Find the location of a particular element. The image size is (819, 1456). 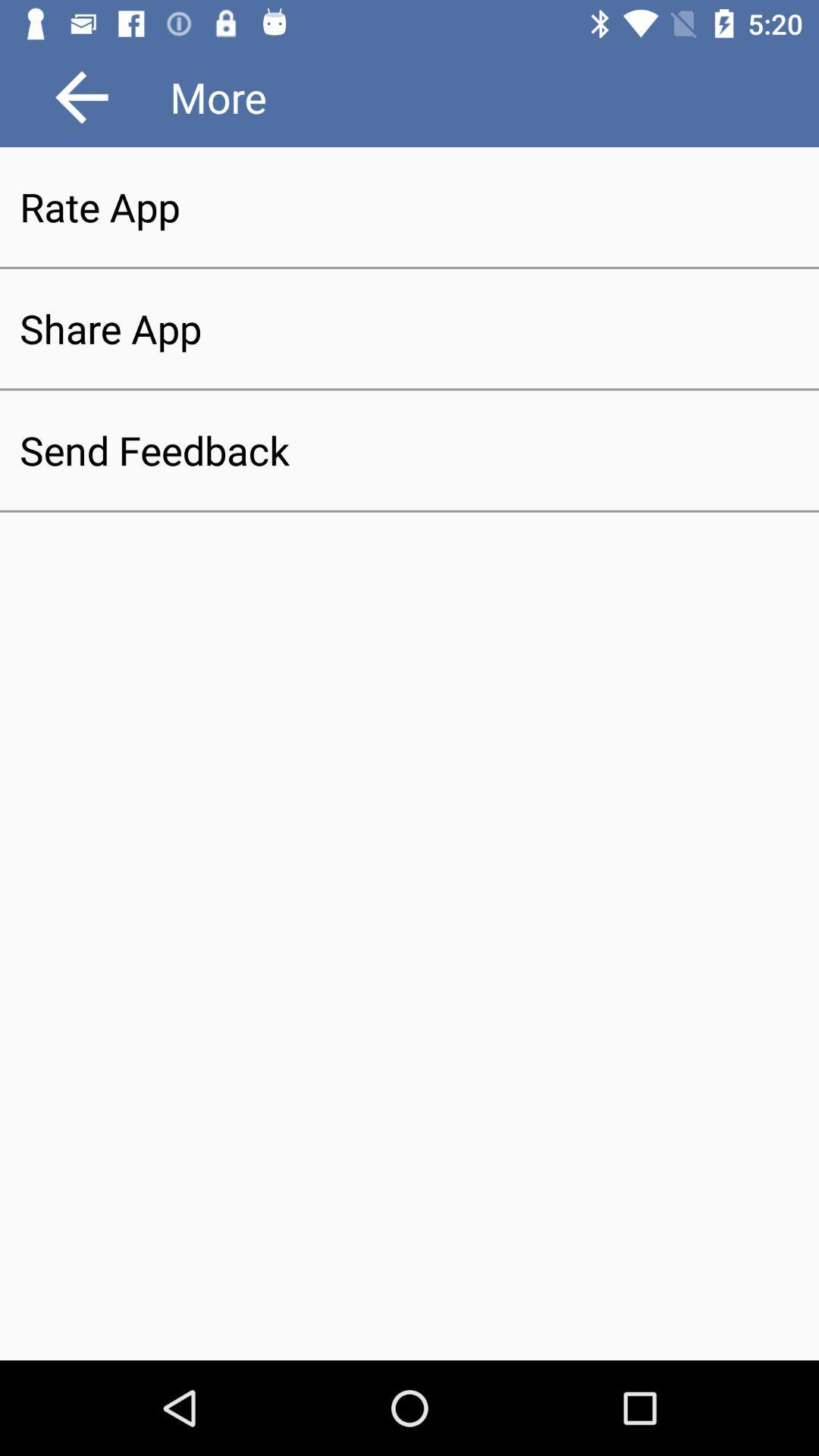

app next to the more item is located at coordinates (82, 96).